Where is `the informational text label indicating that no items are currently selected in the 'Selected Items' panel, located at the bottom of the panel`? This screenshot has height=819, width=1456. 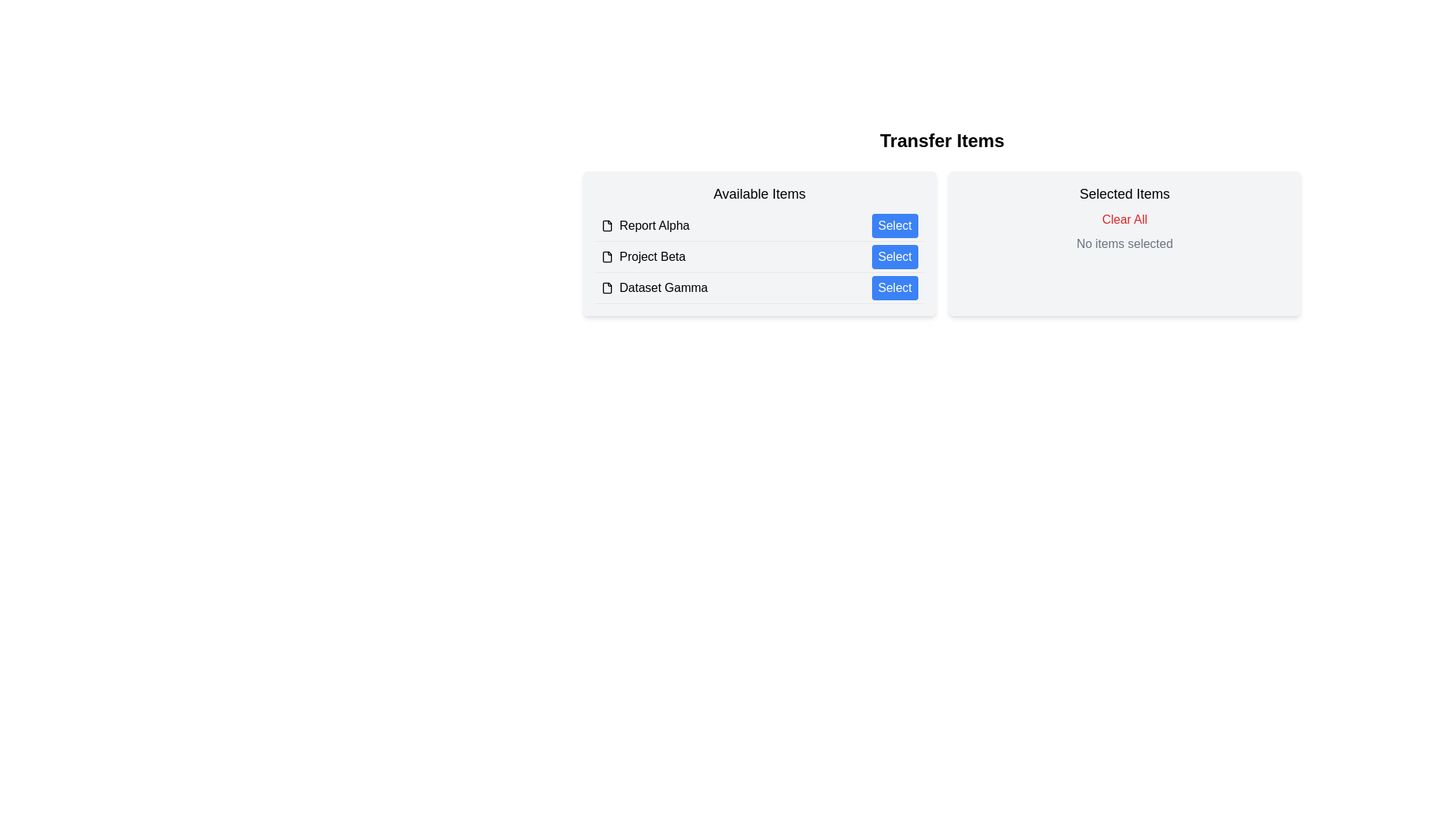 the informational text label indicating that no items are currently selected in the 'Selected Items' panel, located at the bottom of the panel is located at coordinates (1125, 243).